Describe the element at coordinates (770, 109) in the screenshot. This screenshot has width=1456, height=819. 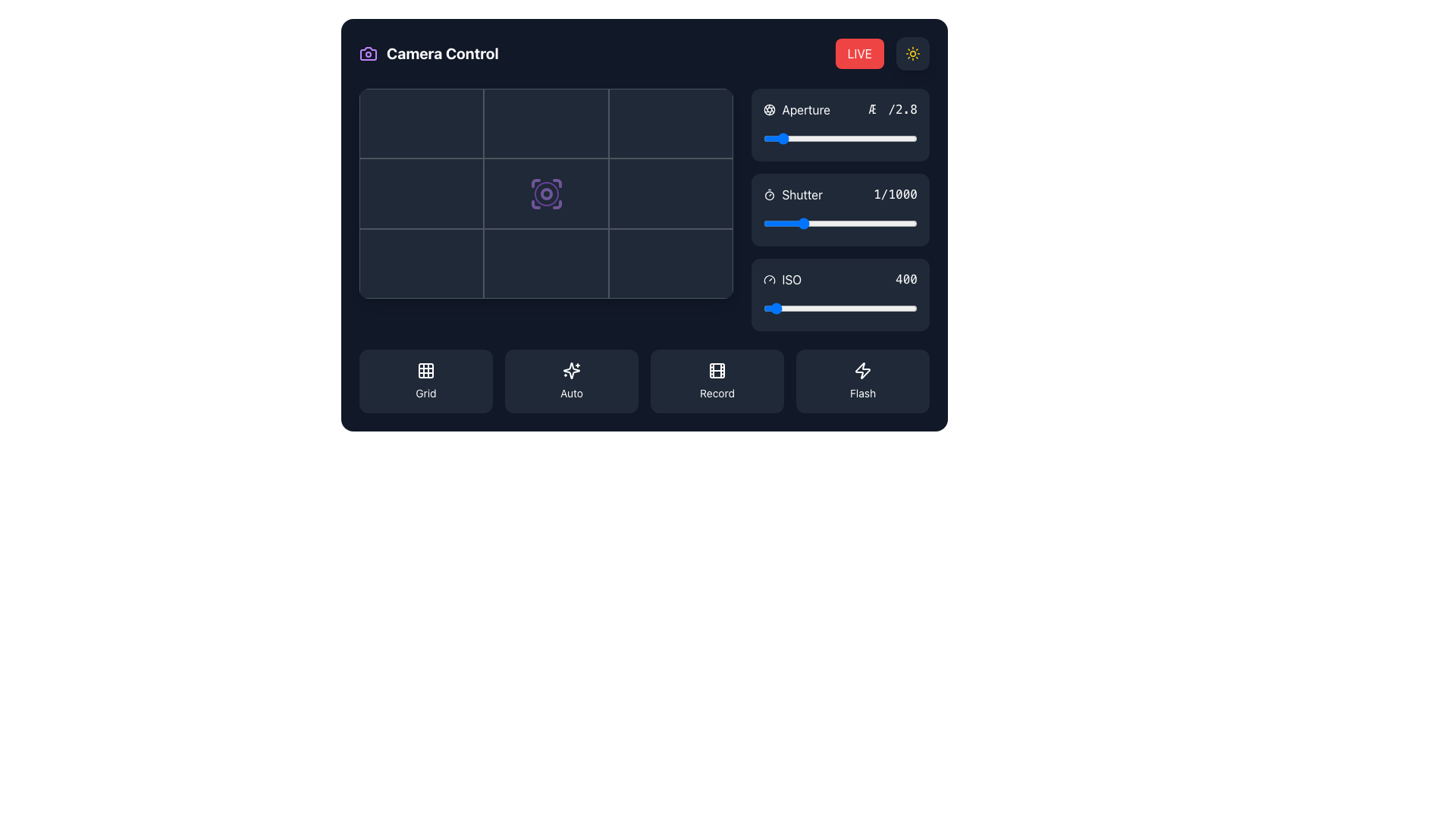
I see `the circular icon styled with line graphics resembling an aperture or camera shutter pattern located in the row labeled 'Aperture' in the right column of the interface` at that location.